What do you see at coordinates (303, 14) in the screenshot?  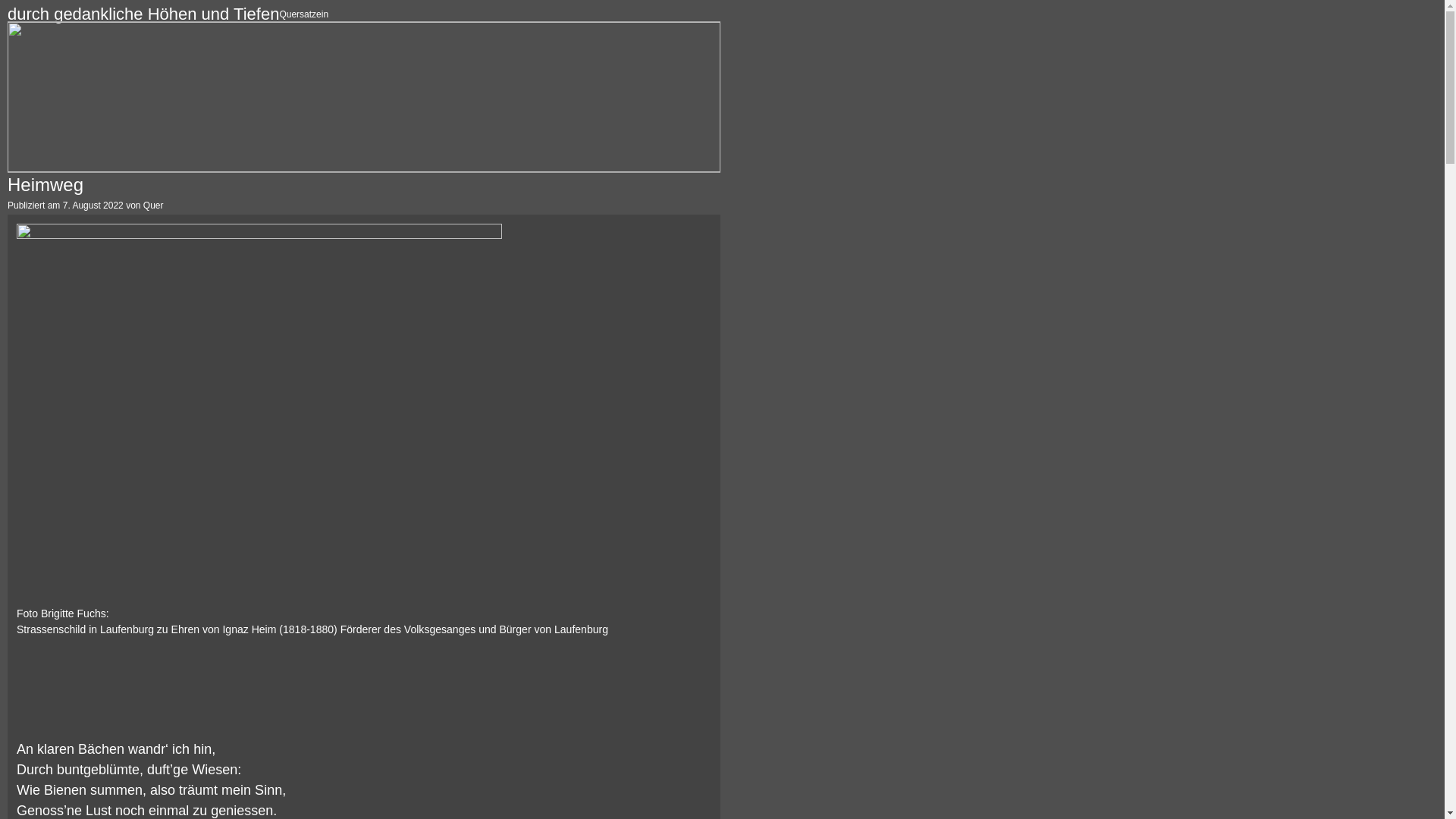 I see `'Quersatzein'` at bounding box center [303, 14].